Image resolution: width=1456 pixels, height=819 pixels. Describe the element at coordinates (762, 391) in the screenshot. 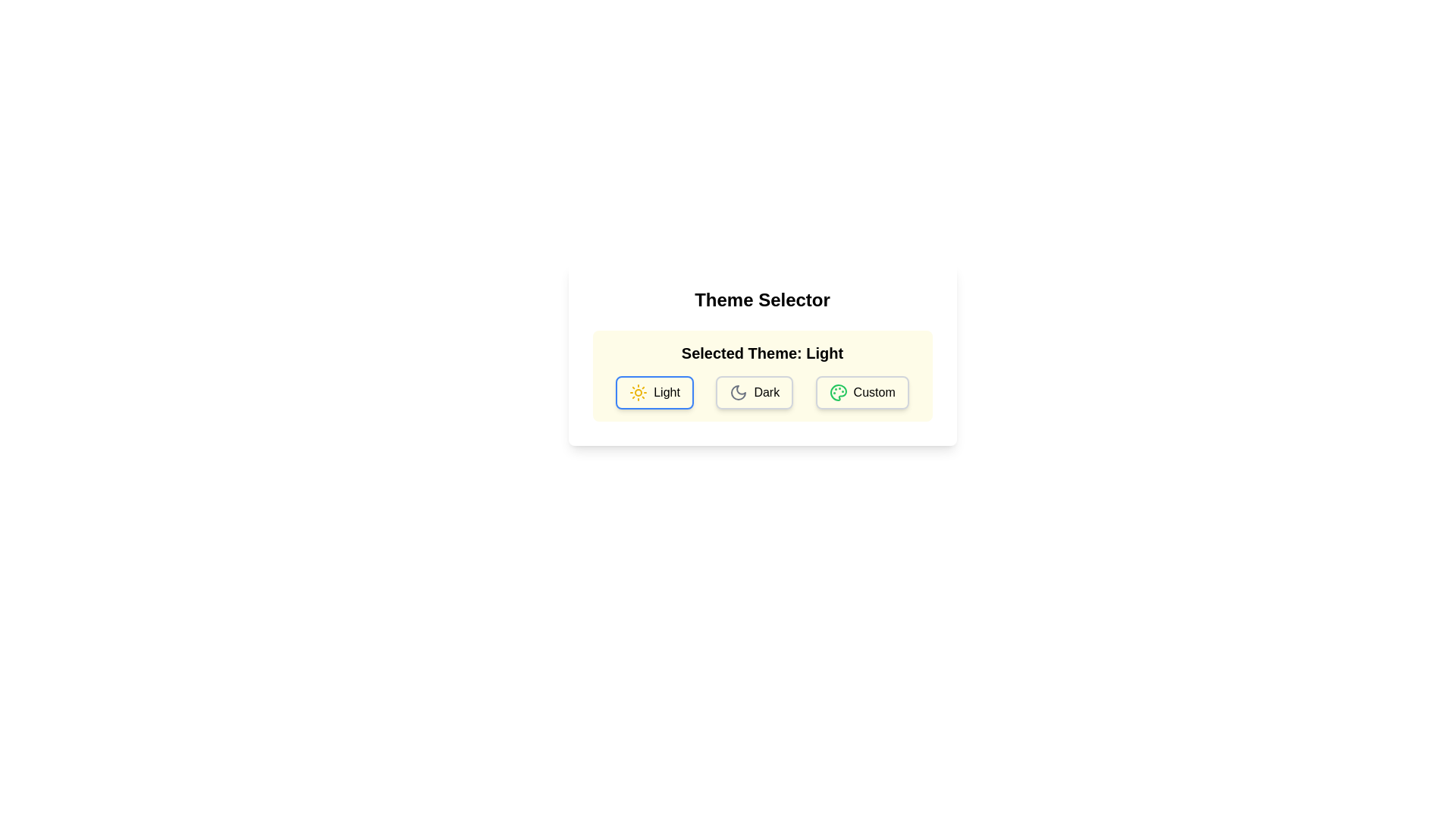

I see `the 'Dark' button located under the title 'Selected Theme: Light'` at that location.